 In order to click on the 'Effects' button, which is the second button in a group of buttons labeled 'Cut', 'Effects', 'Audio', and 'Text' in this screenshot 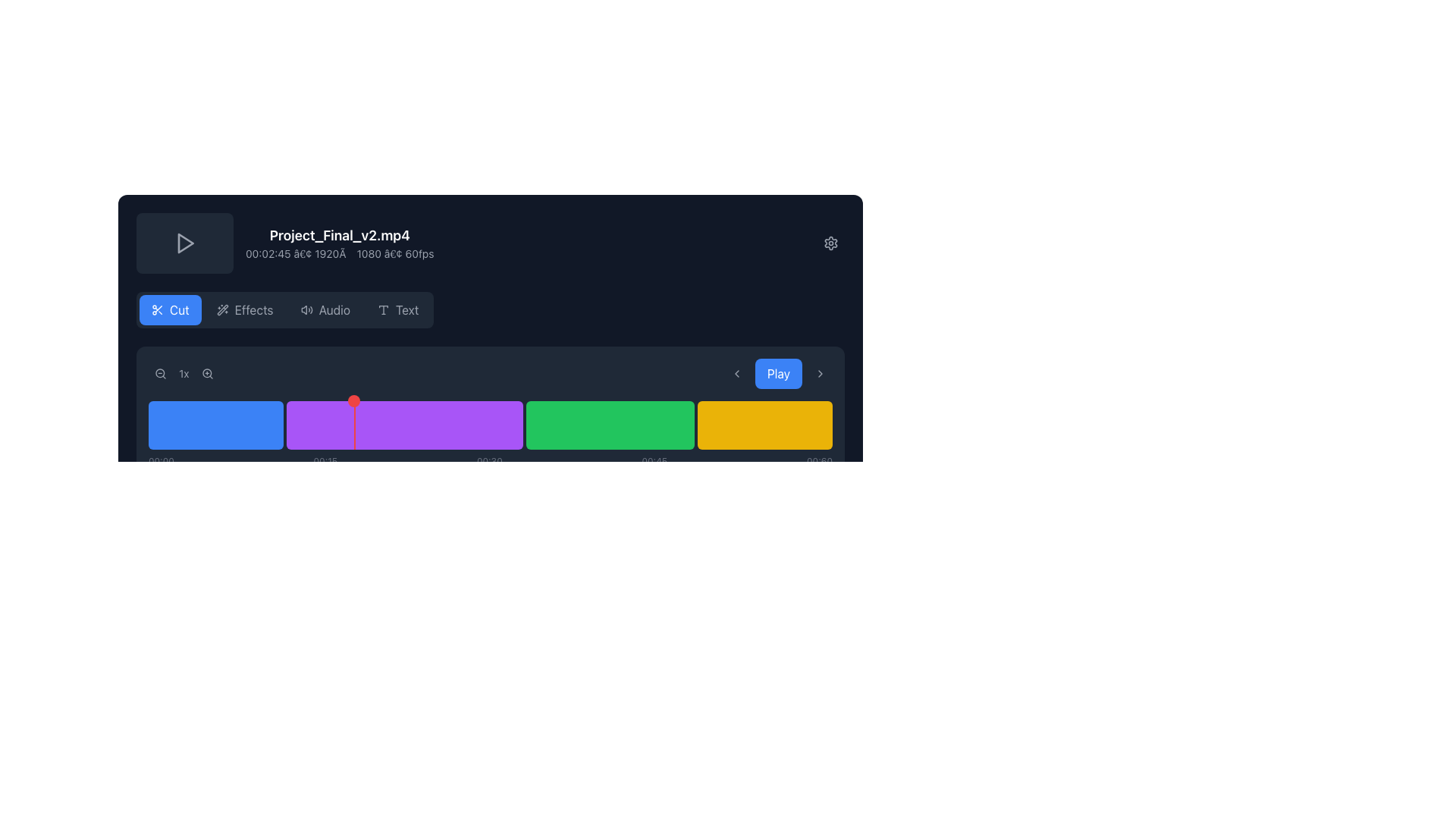, I will do `click(245, 309)`.